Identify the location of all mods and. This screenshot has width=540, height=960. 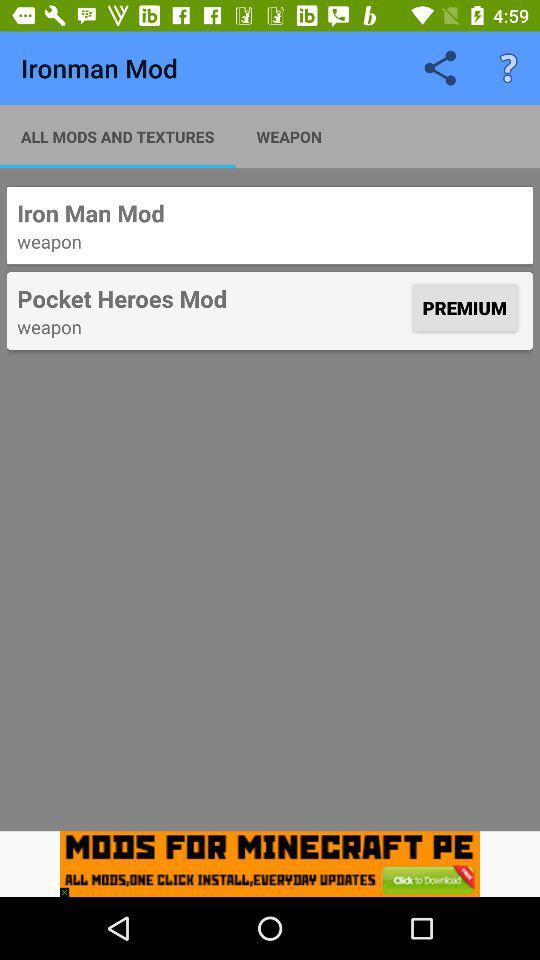
(117, 135).